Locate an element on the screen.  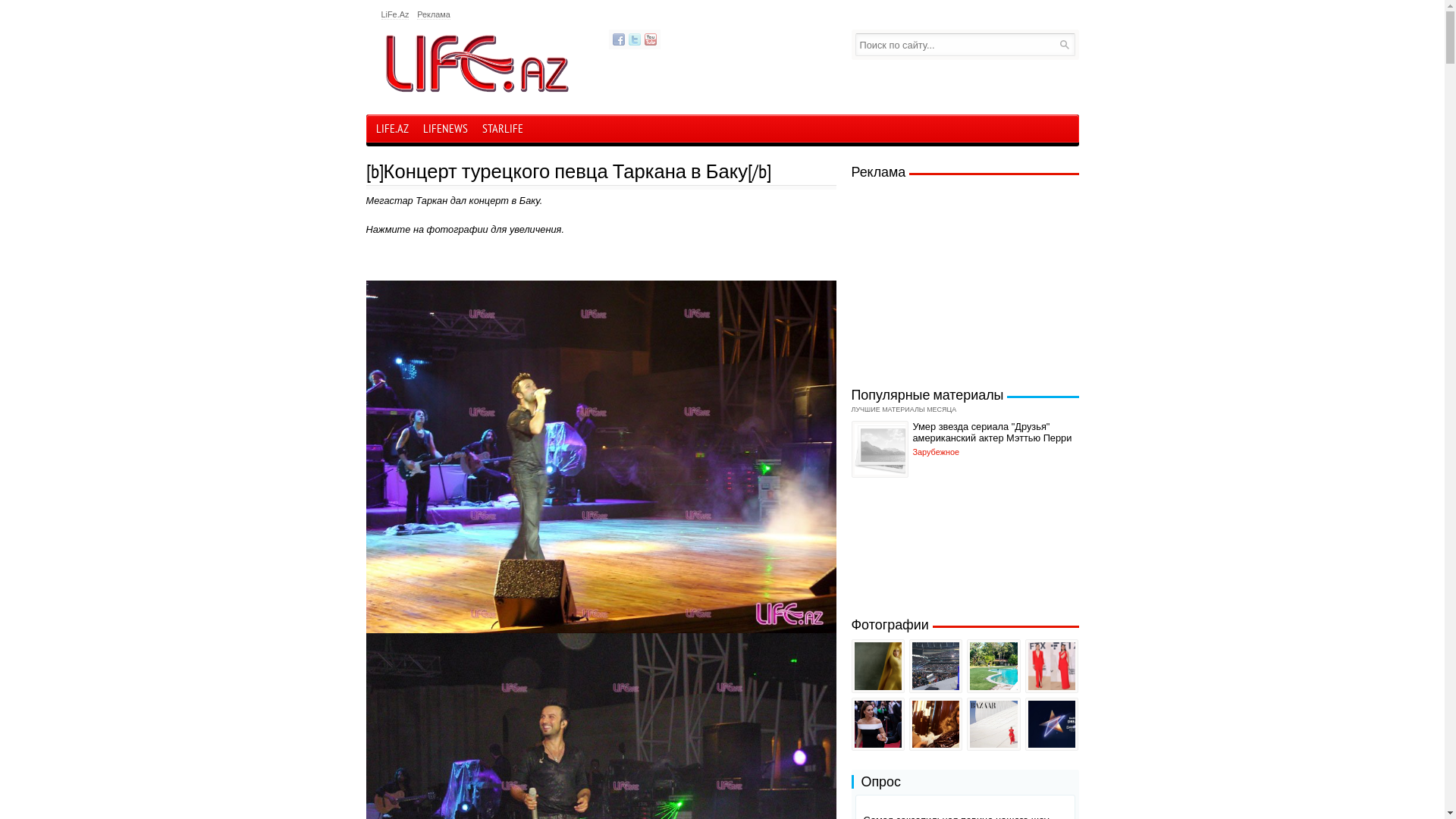
'Twitter' is located at coordinates (633, 38).